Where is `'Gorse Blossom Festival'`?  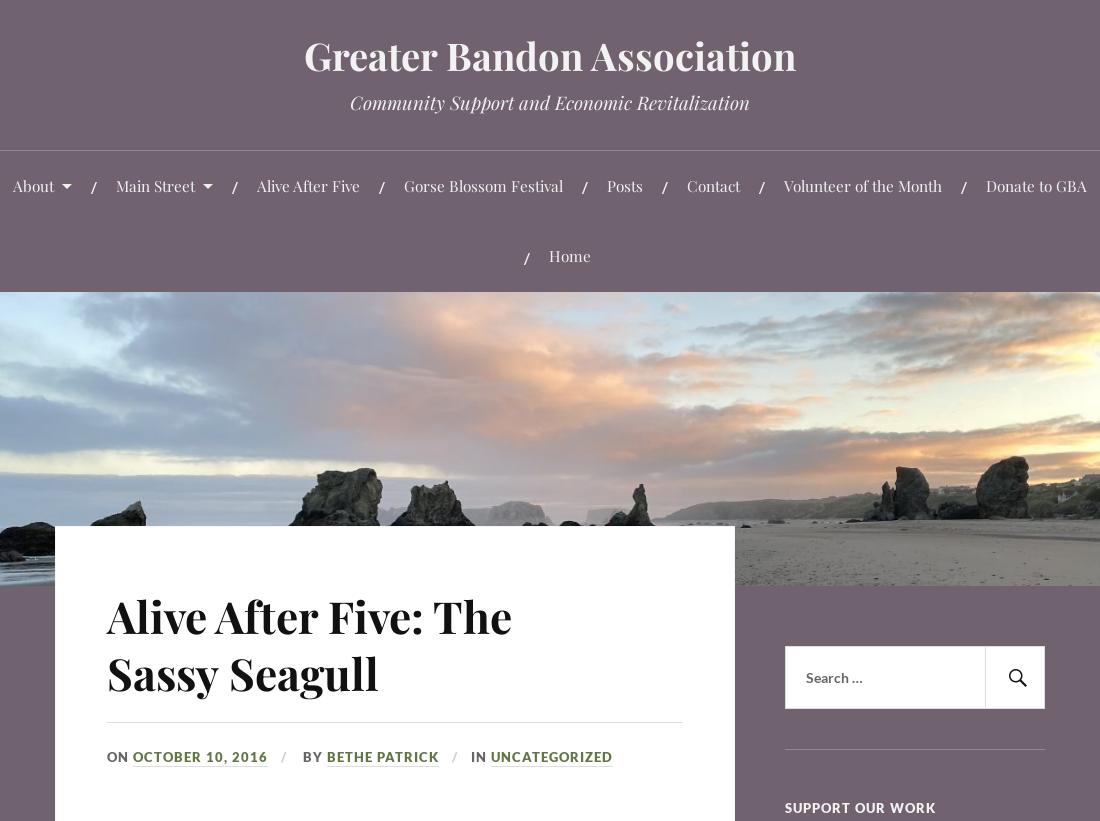
'Gorse Blossom Festival' is located at coordinates (404, 183).